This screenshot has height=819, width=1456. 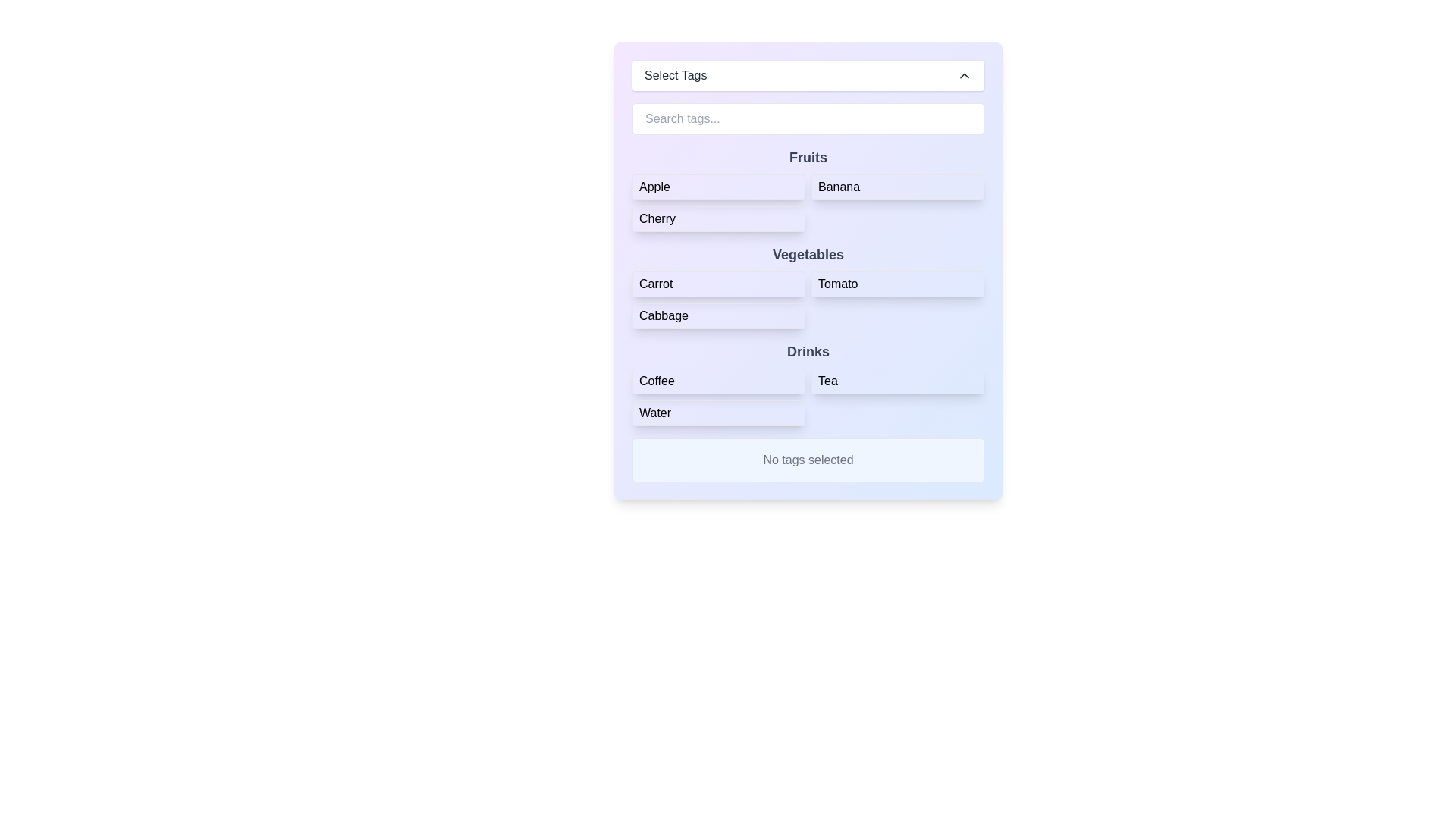 I want to click on the 'Carrot' text label in the 'Vegetables' category, so click(x=655, y=284).